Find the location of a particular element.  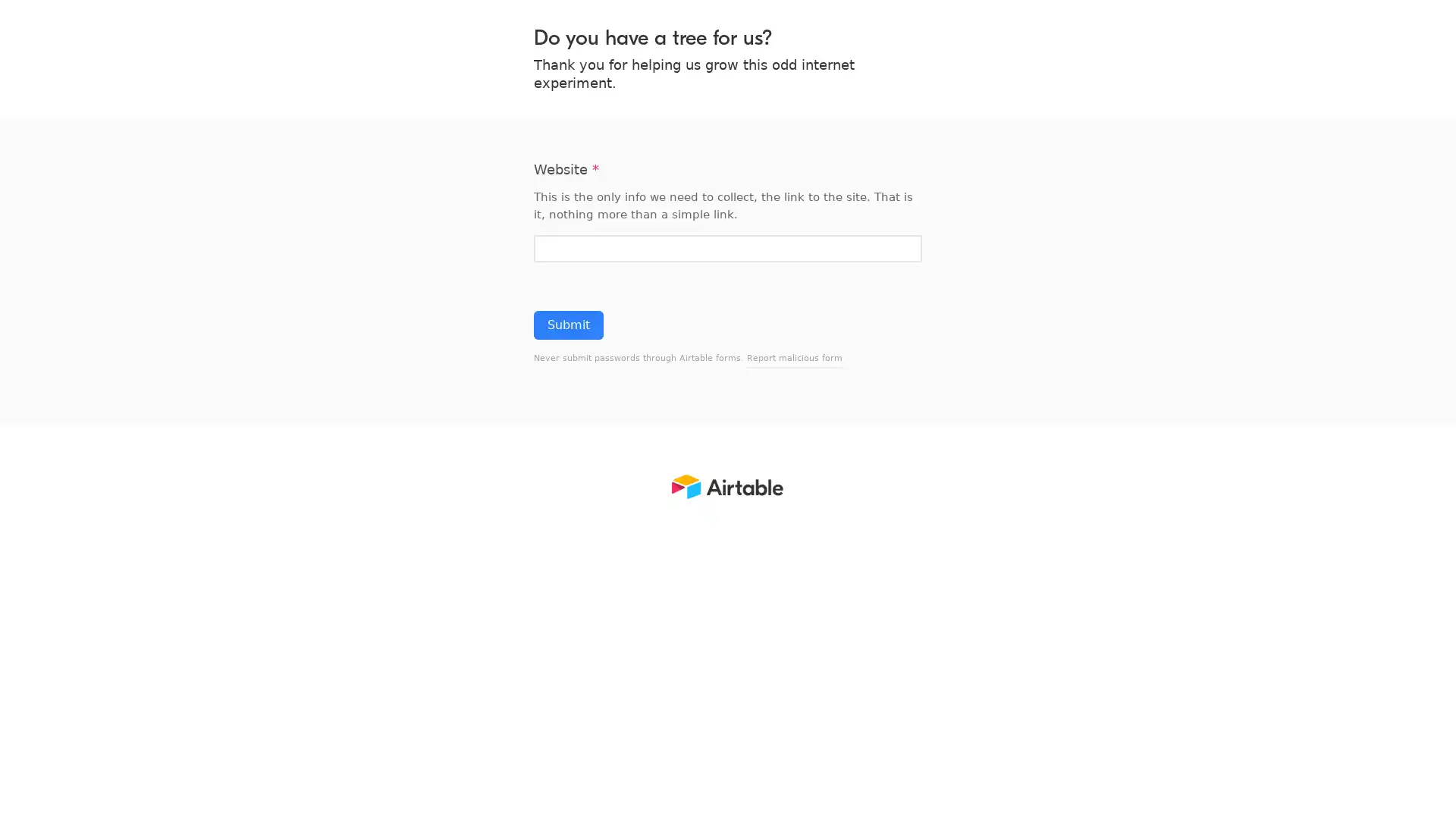

Report malicious form is located at coordinates (793, 359).